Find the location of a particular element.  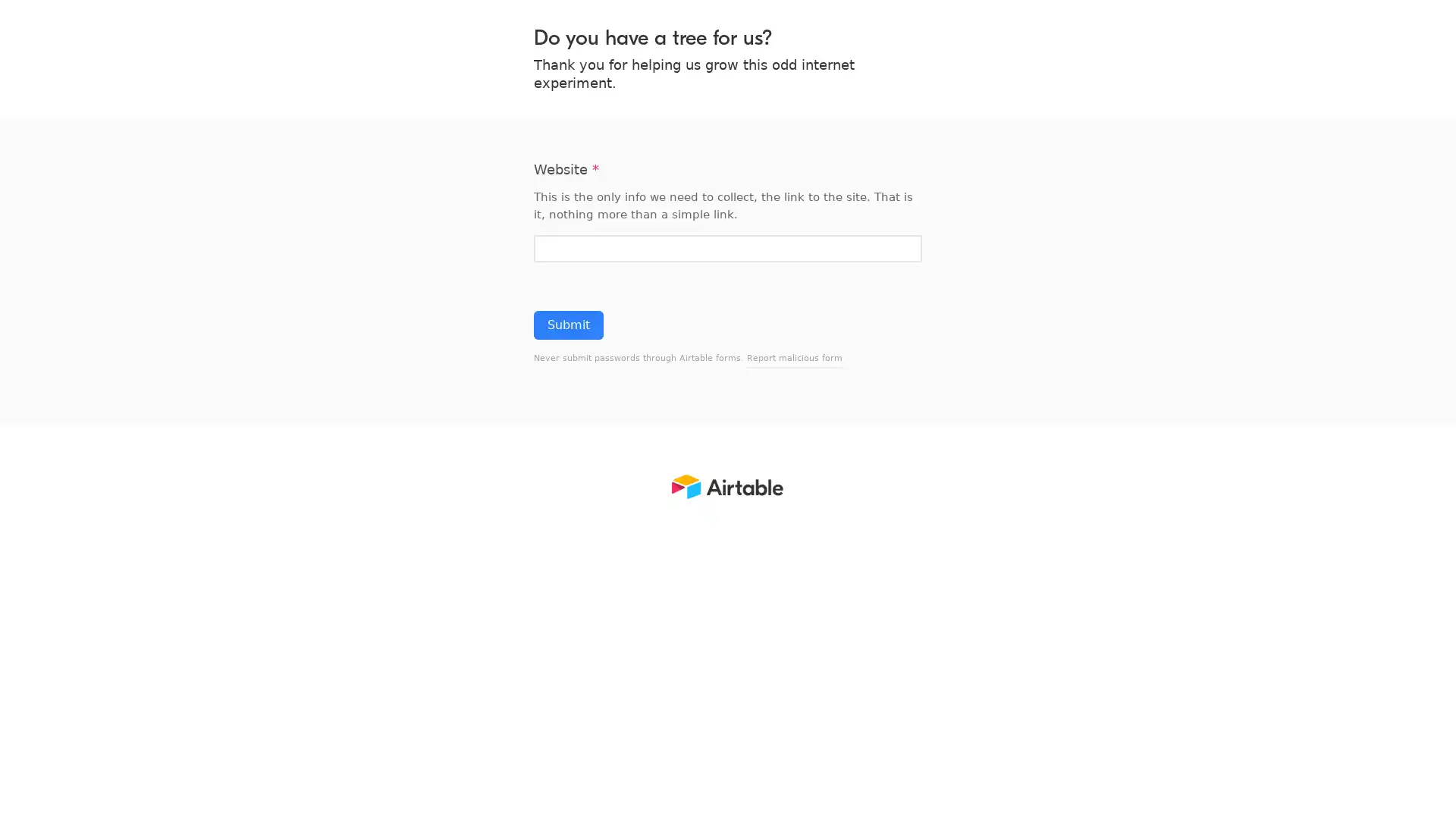

Report malicious form is located at coordinates (793, 359).